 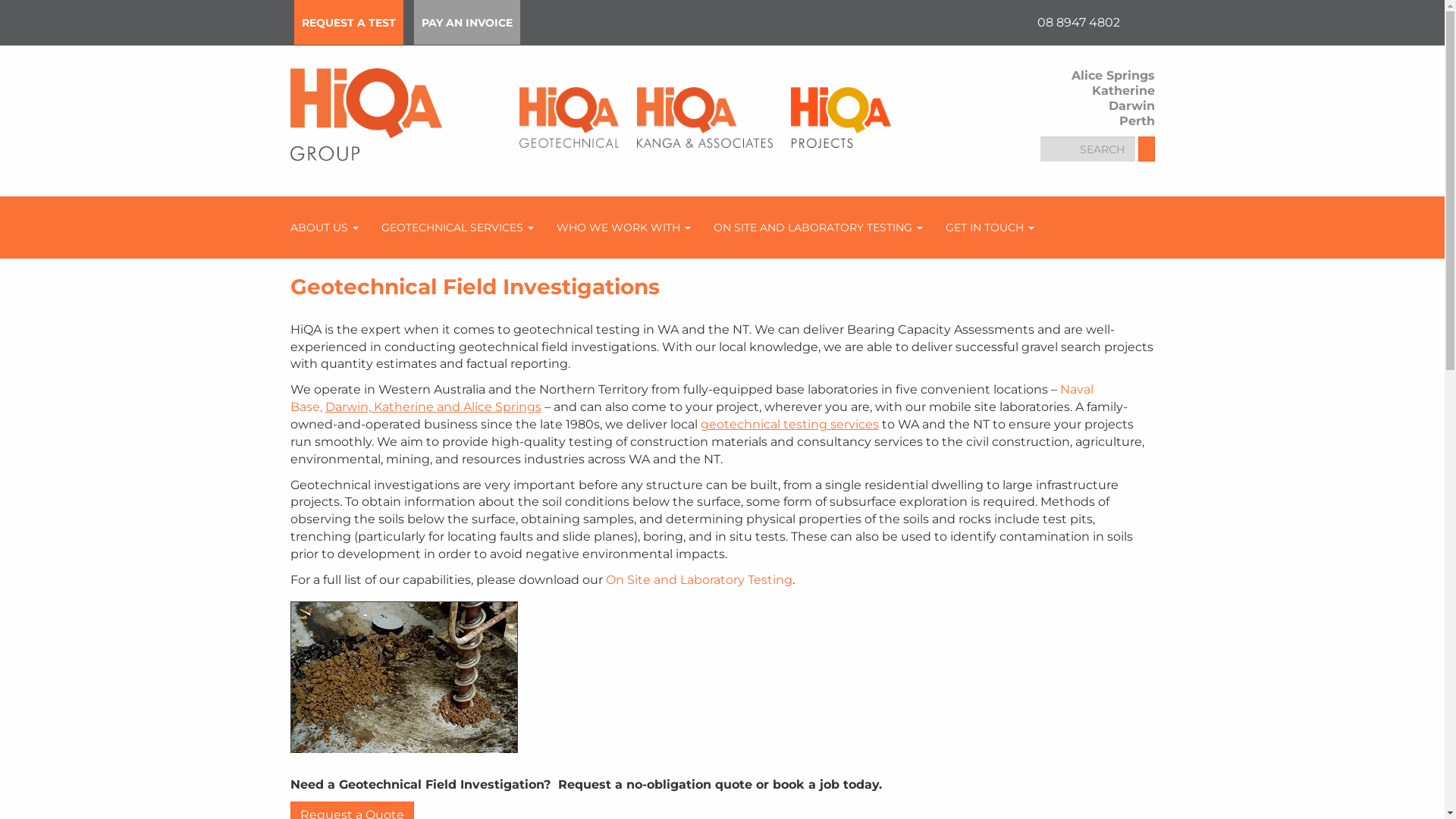 I want to click on ' 08 8947 4802', so click(x=1076, y=22).